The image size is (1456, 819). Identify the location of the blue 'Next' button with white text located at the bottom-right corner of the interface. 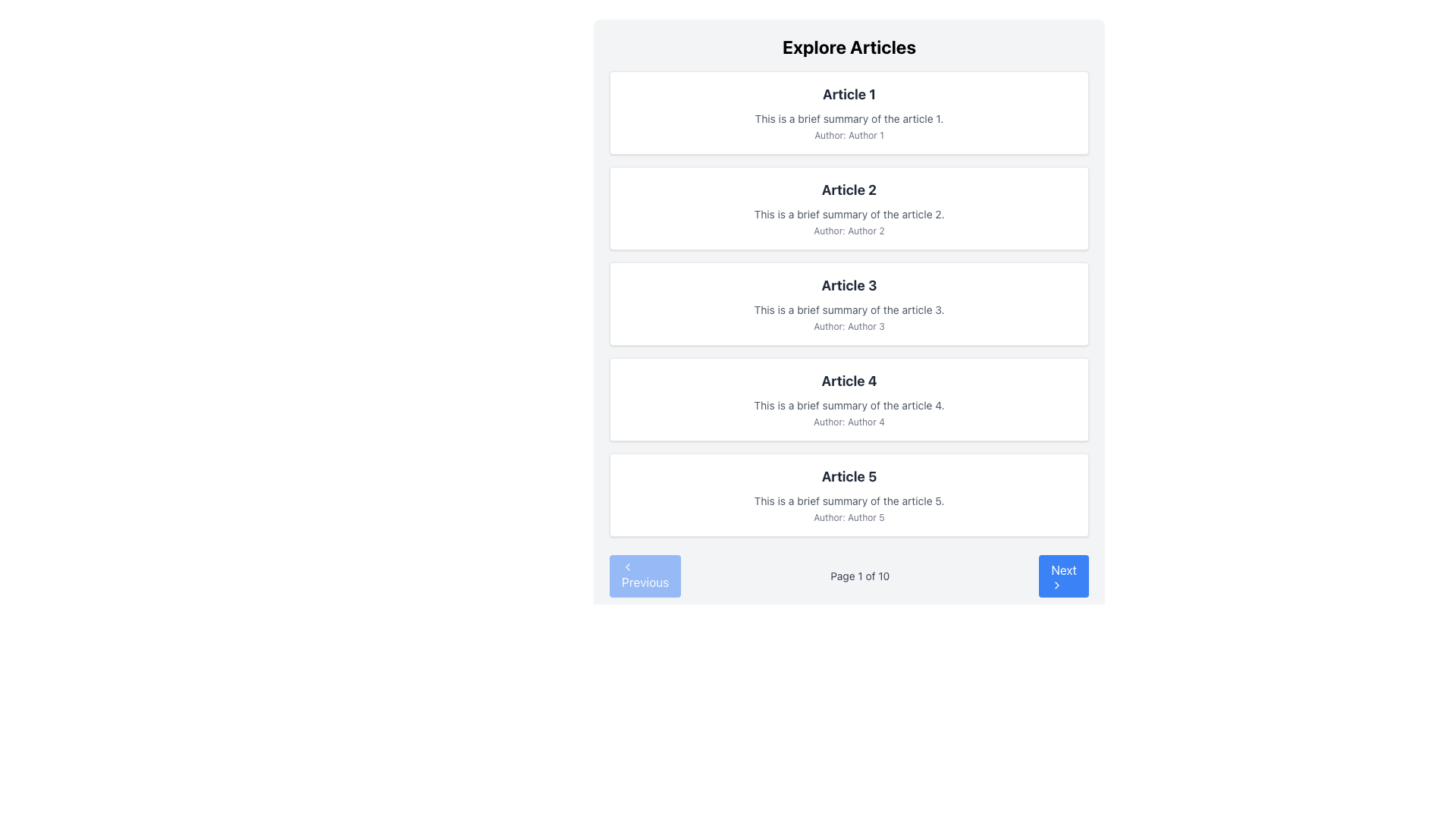
(1063, 576).